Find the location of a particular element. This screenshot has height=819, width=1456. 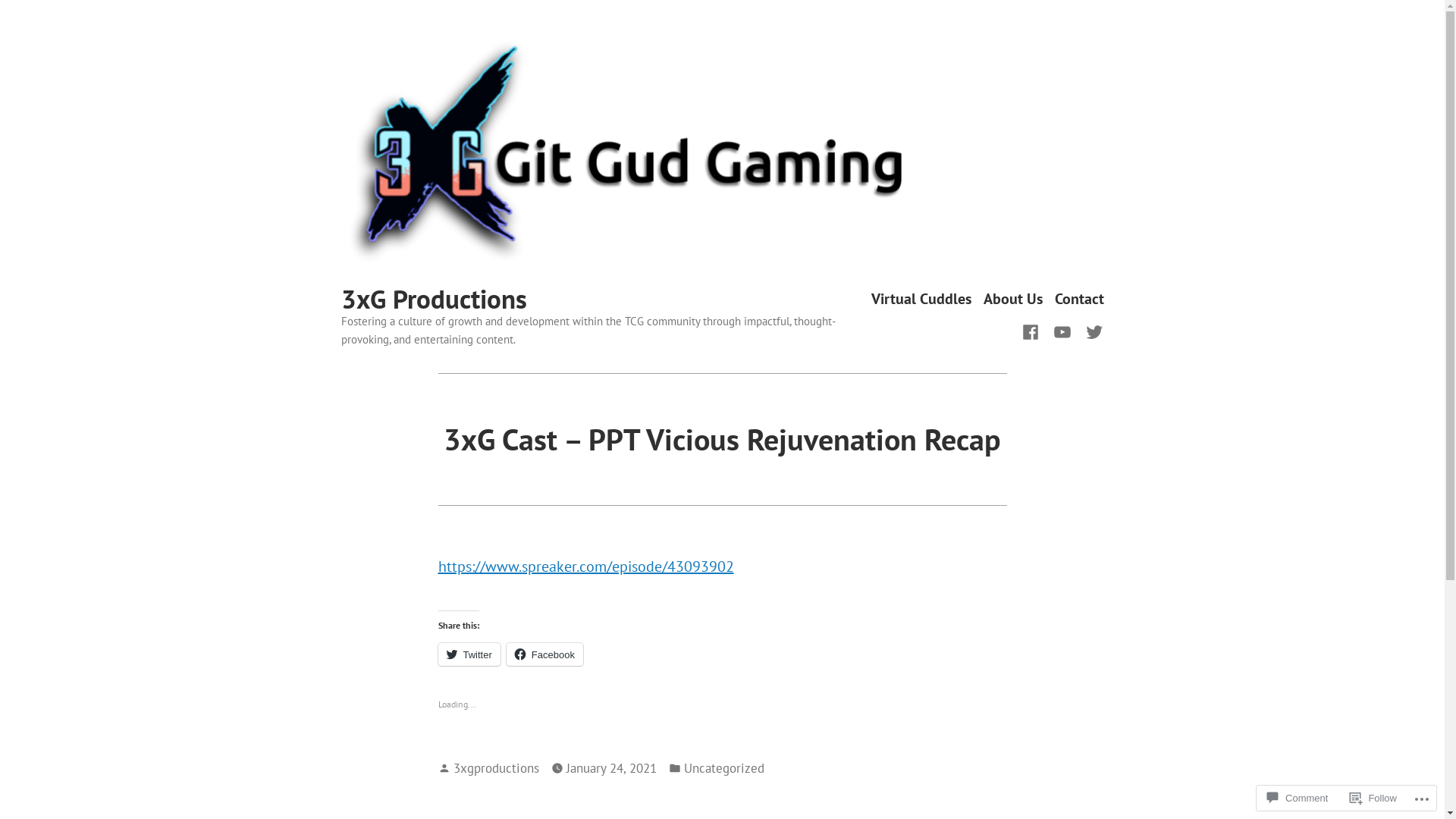

'Contact' is located at coordinates (1078, 299).